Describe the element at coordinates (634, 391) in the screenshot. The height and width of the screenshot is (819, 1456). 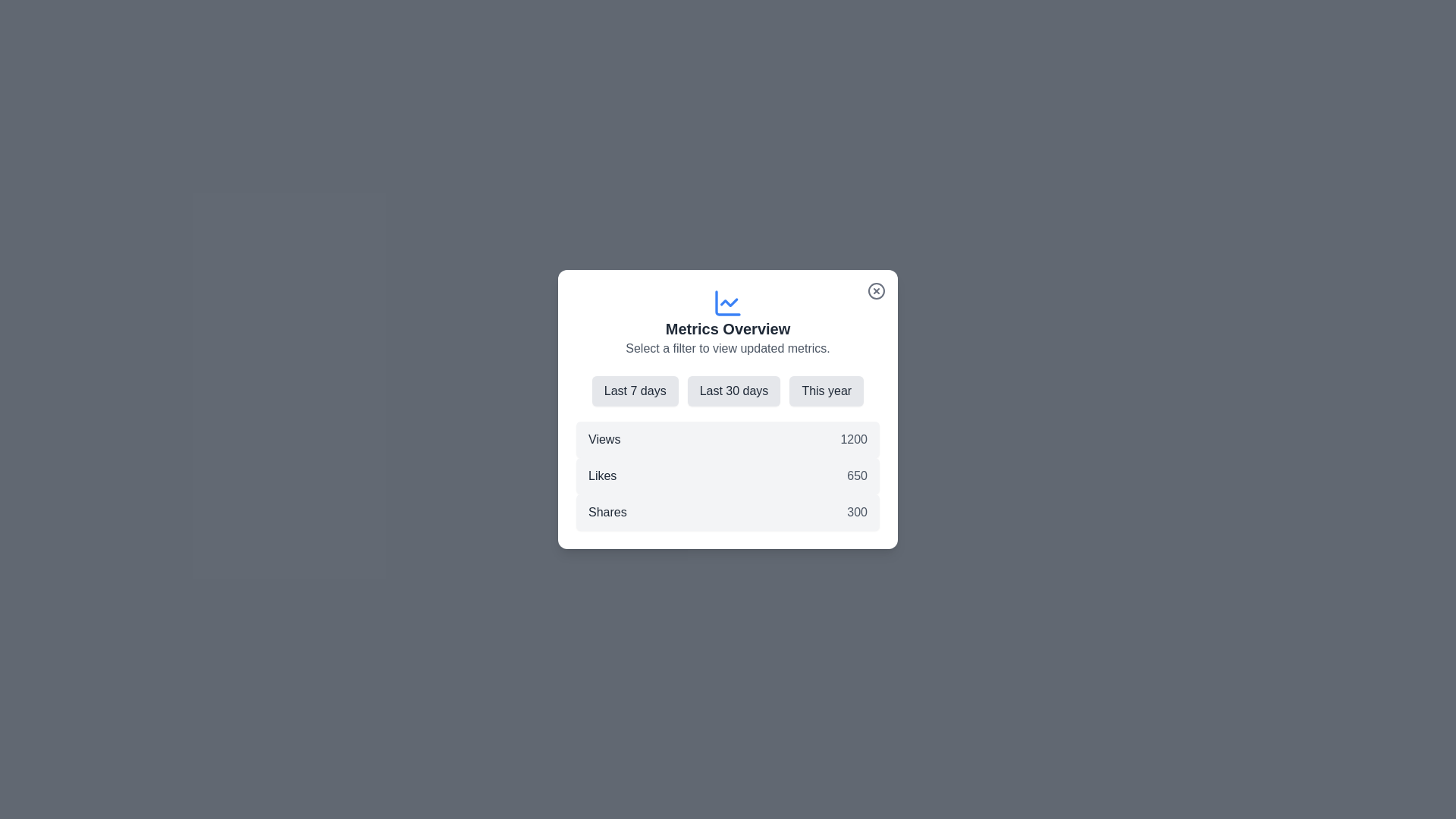
I see `the filter Last 7 days by clicking on the corresponding button` at that location.